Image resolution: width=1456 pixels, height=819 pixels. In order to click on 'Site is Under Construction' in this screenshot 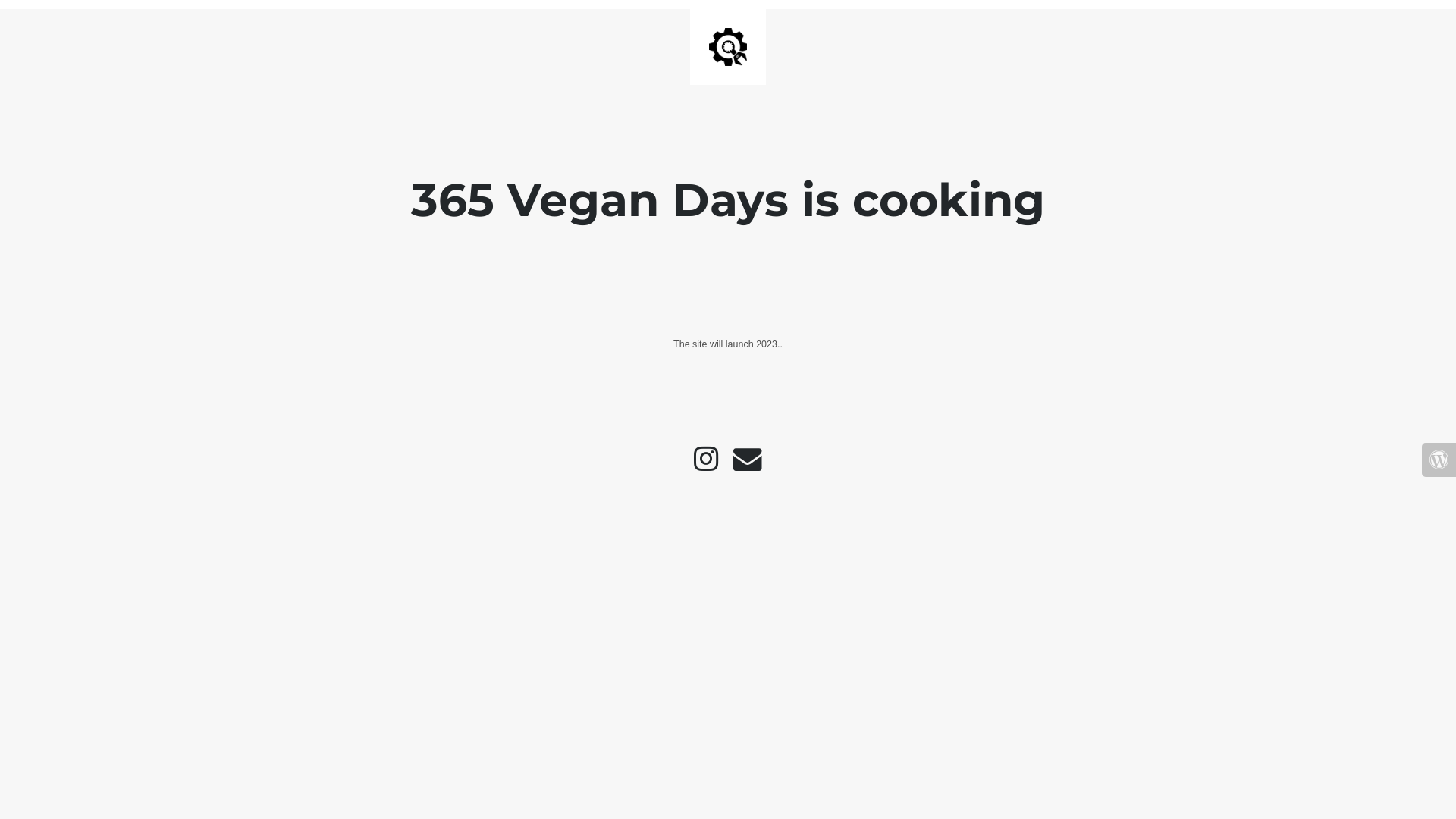, I will do `click(708, 45)`.